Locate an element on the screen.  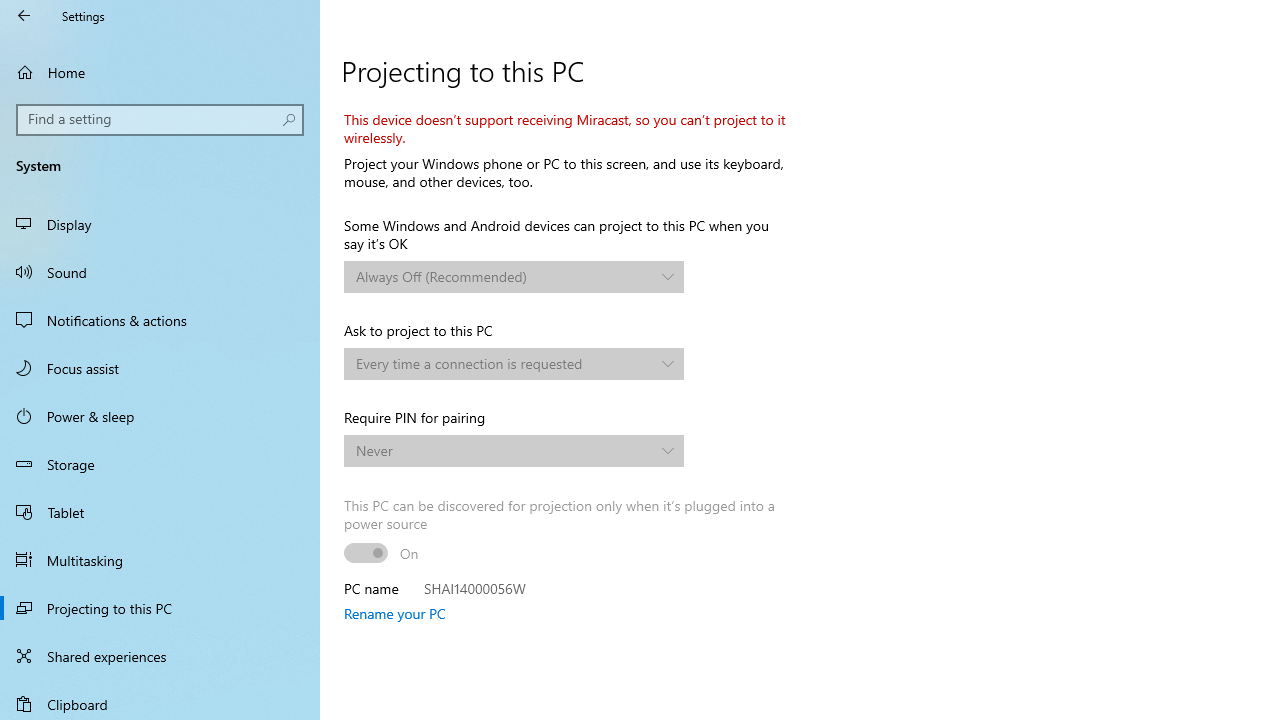
'Never' is located at coordinates (503, 450).